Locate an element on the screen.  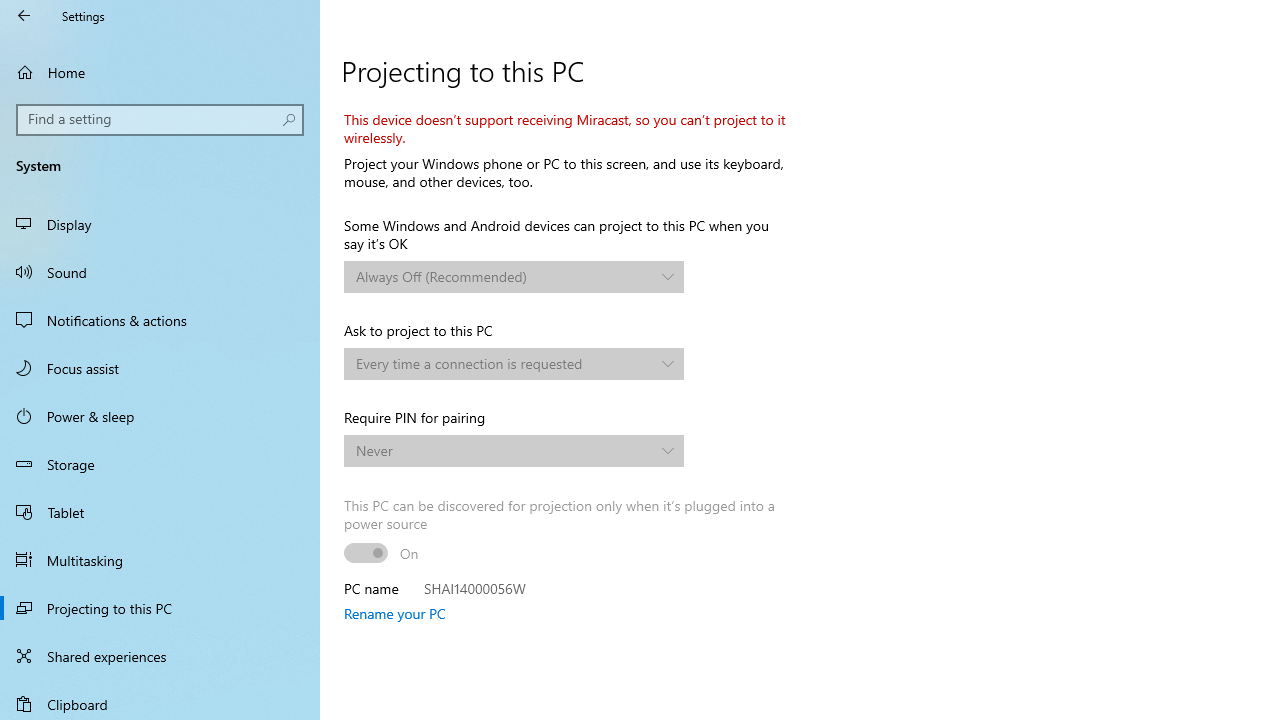
'Never' is located at coordinates (503, 450).